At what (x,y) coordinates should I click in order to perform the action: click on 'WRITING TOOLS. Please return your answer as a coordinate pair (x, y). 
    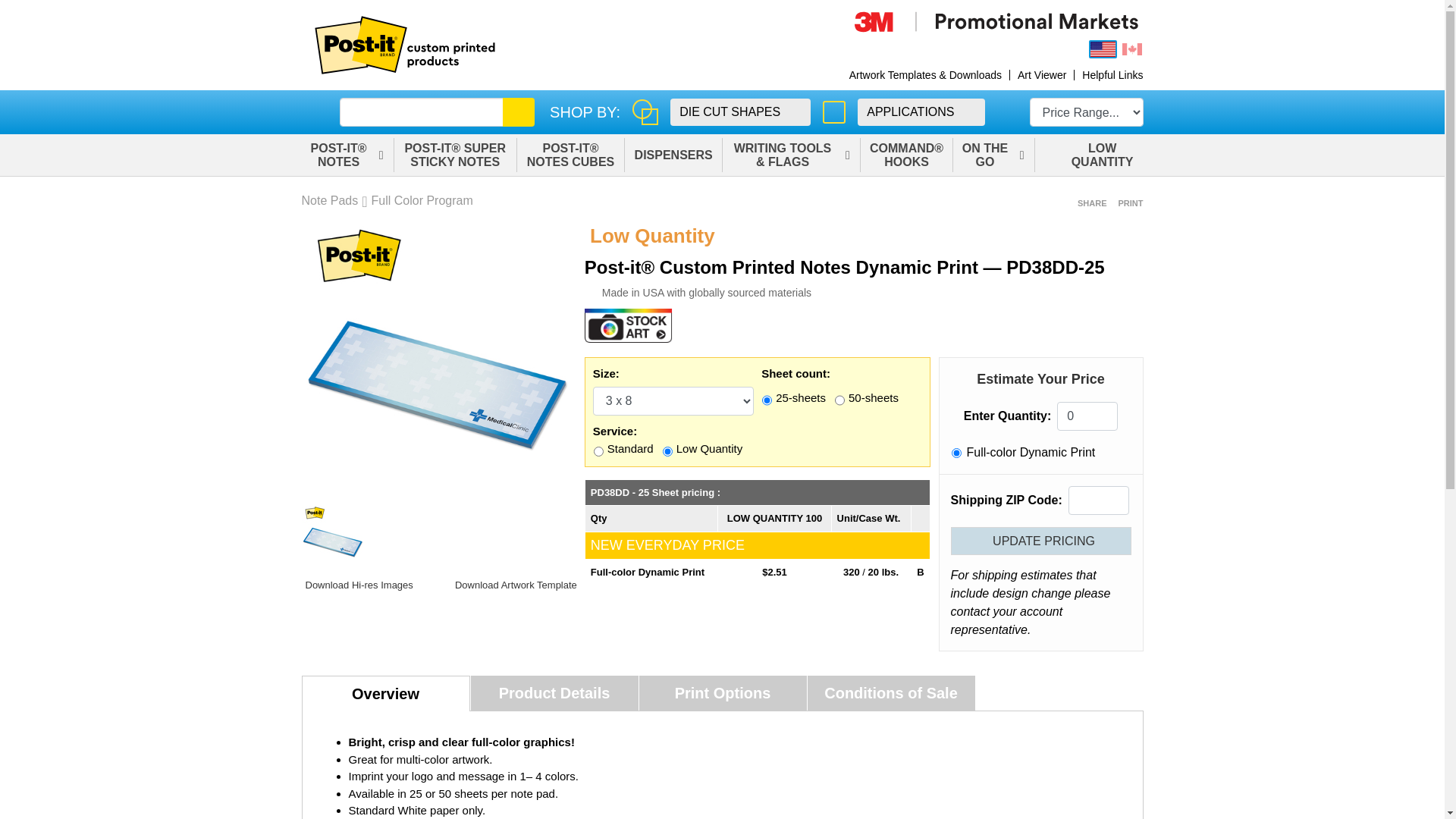
    Looking at the image, I should click on (790, 155).